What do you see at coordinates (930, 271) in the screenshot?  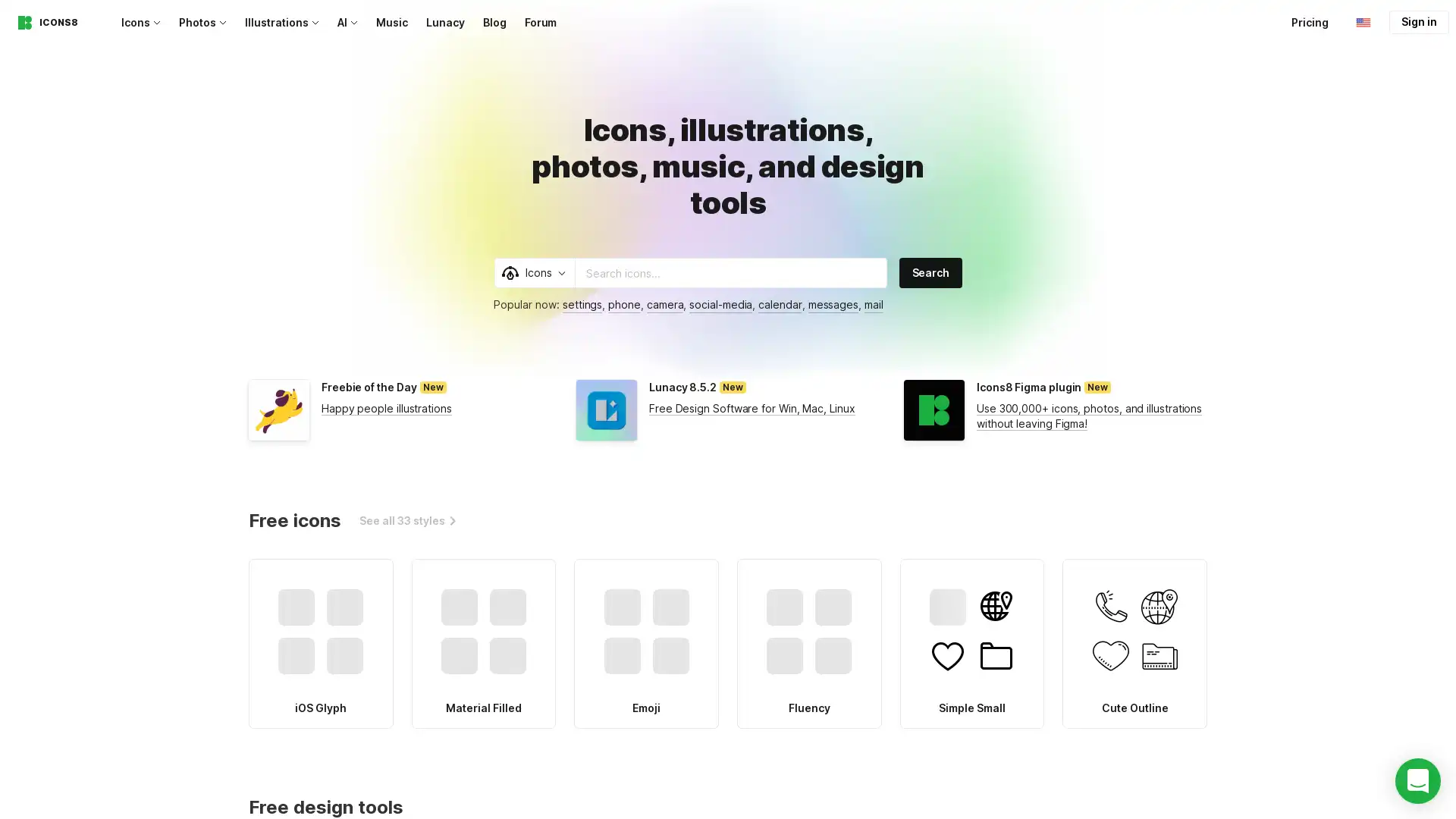 I see `Search` at bounding box center [930, 271].